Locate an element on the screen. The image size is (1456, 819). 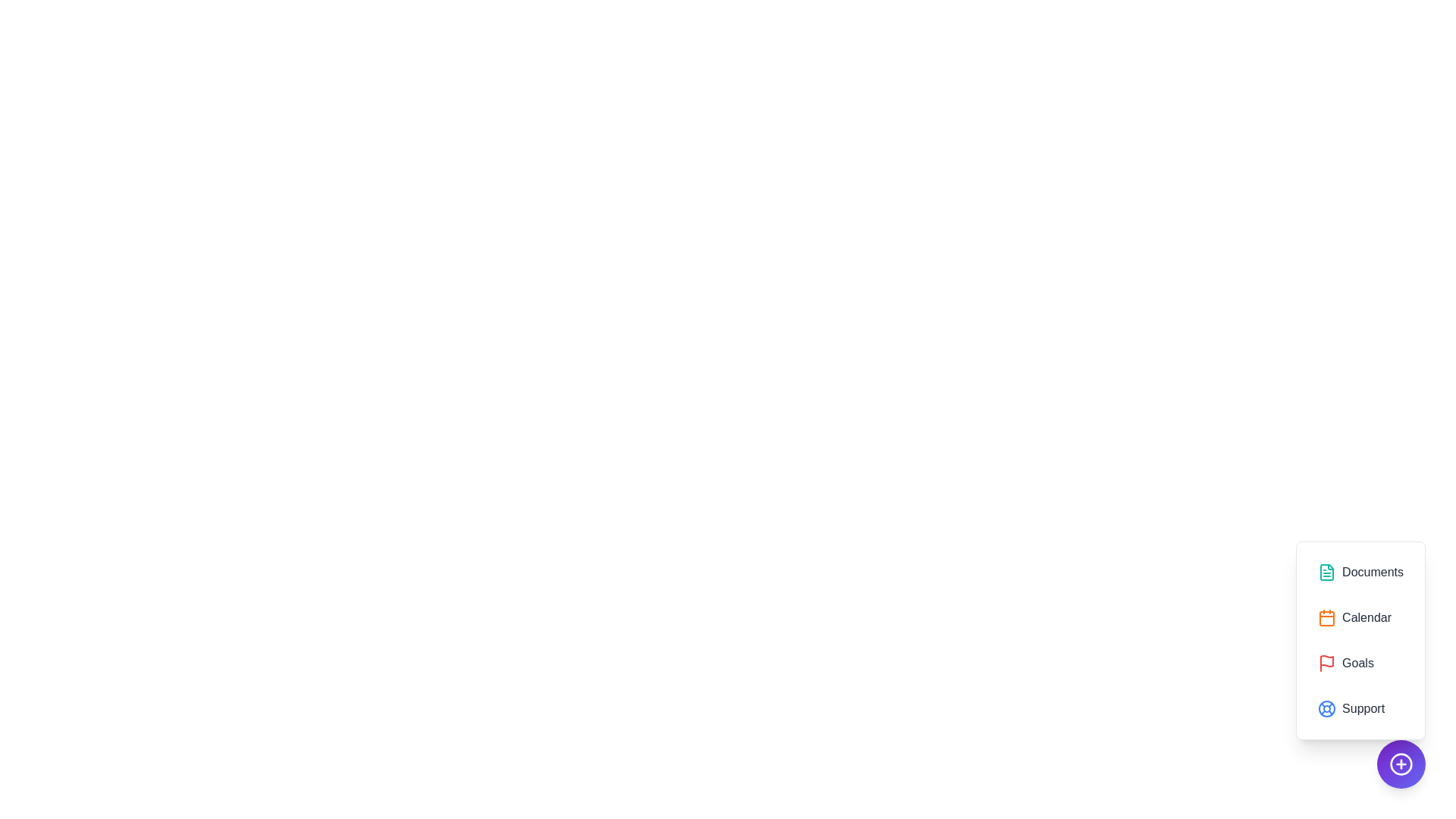
the Goals icon to interact with it is located at coordinates (1360, 663).